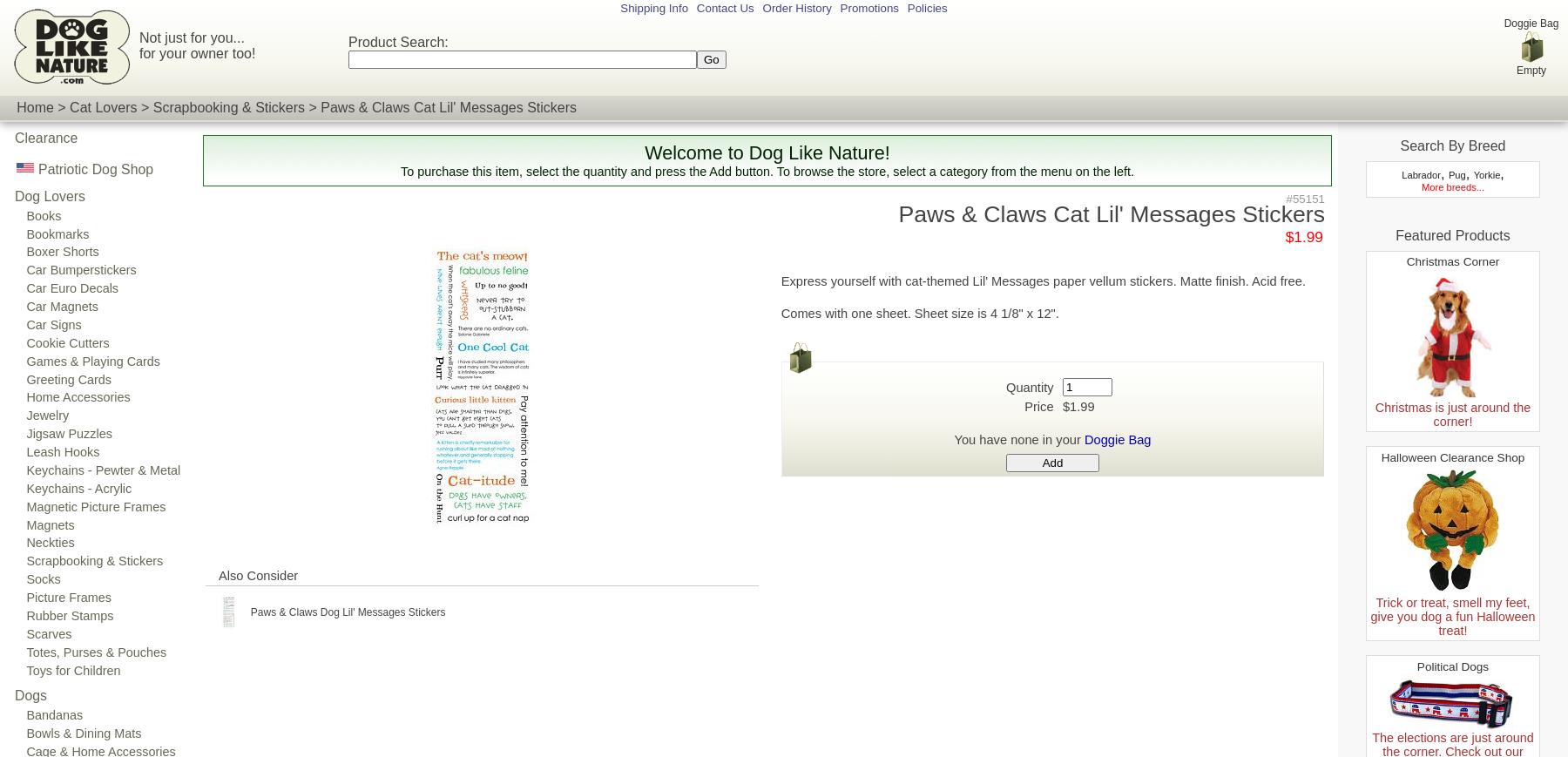 The image size is (1568, 757). Describe the element at coordinates (139, 52) in the screenshot. I see `'for your owner too!'` at that location.